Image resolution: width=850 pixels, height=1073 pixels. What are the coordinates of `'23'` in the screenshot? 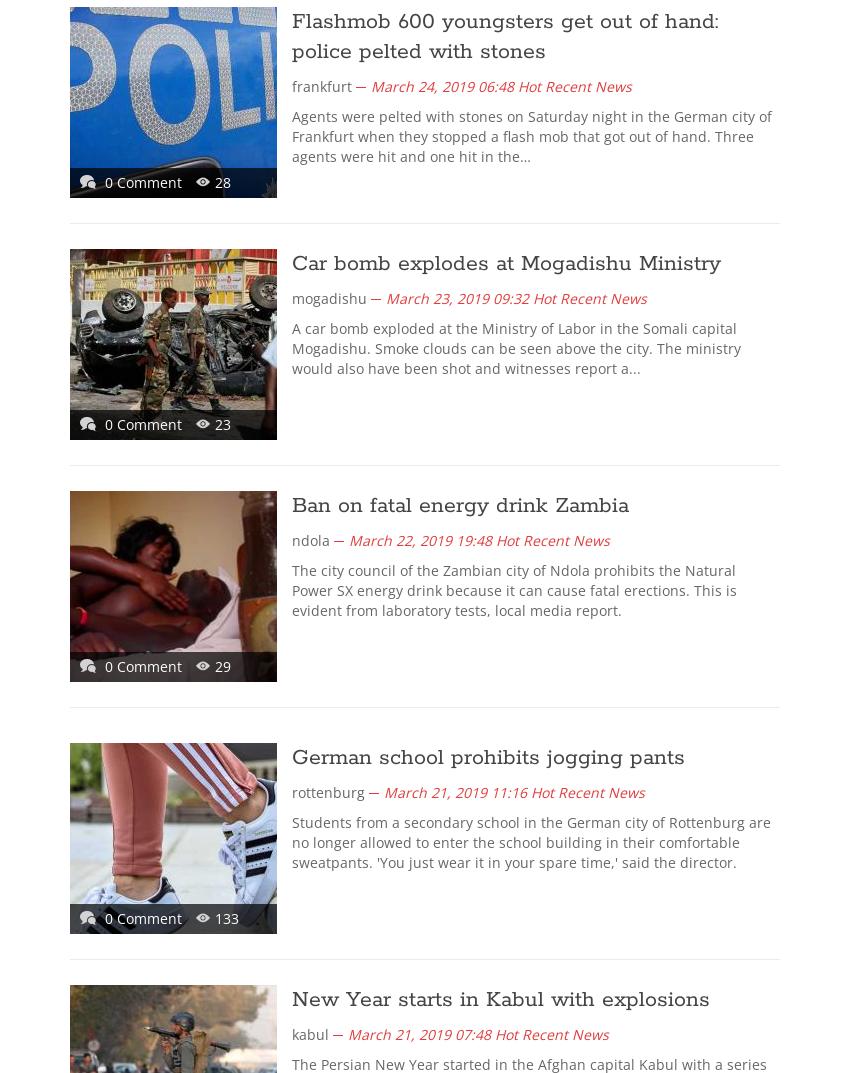 It's located at (223, 424).